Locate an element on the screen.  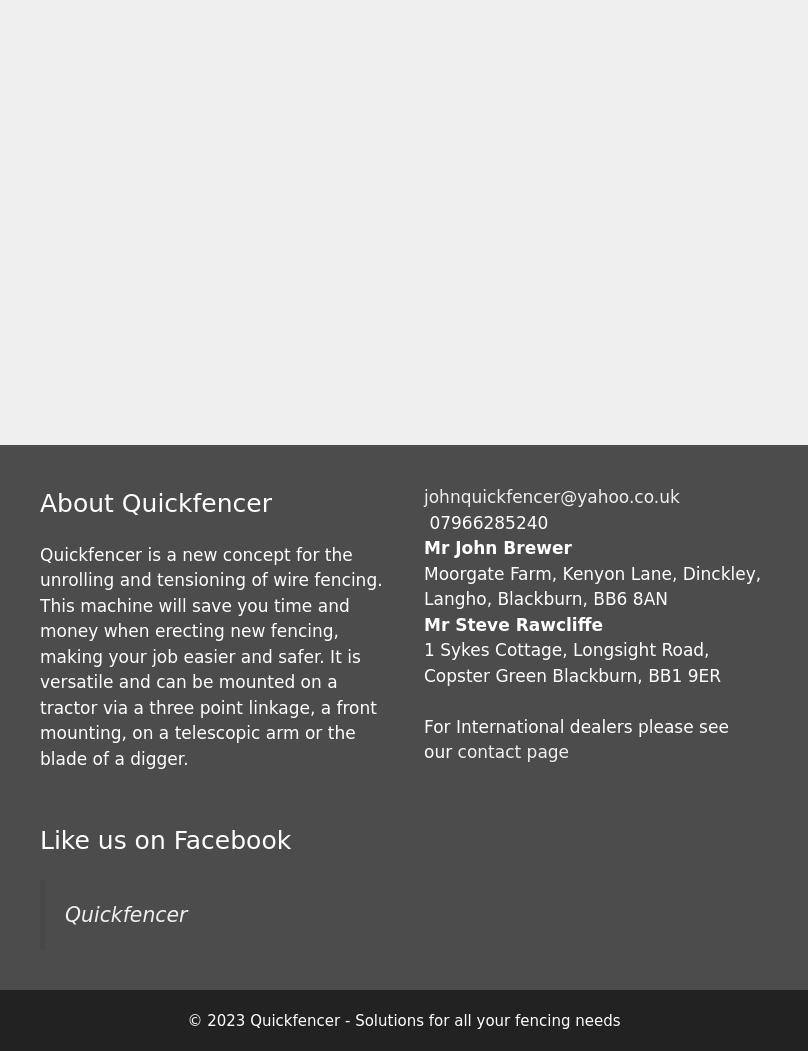
'07966285240' is located at coordinates (424, 522).